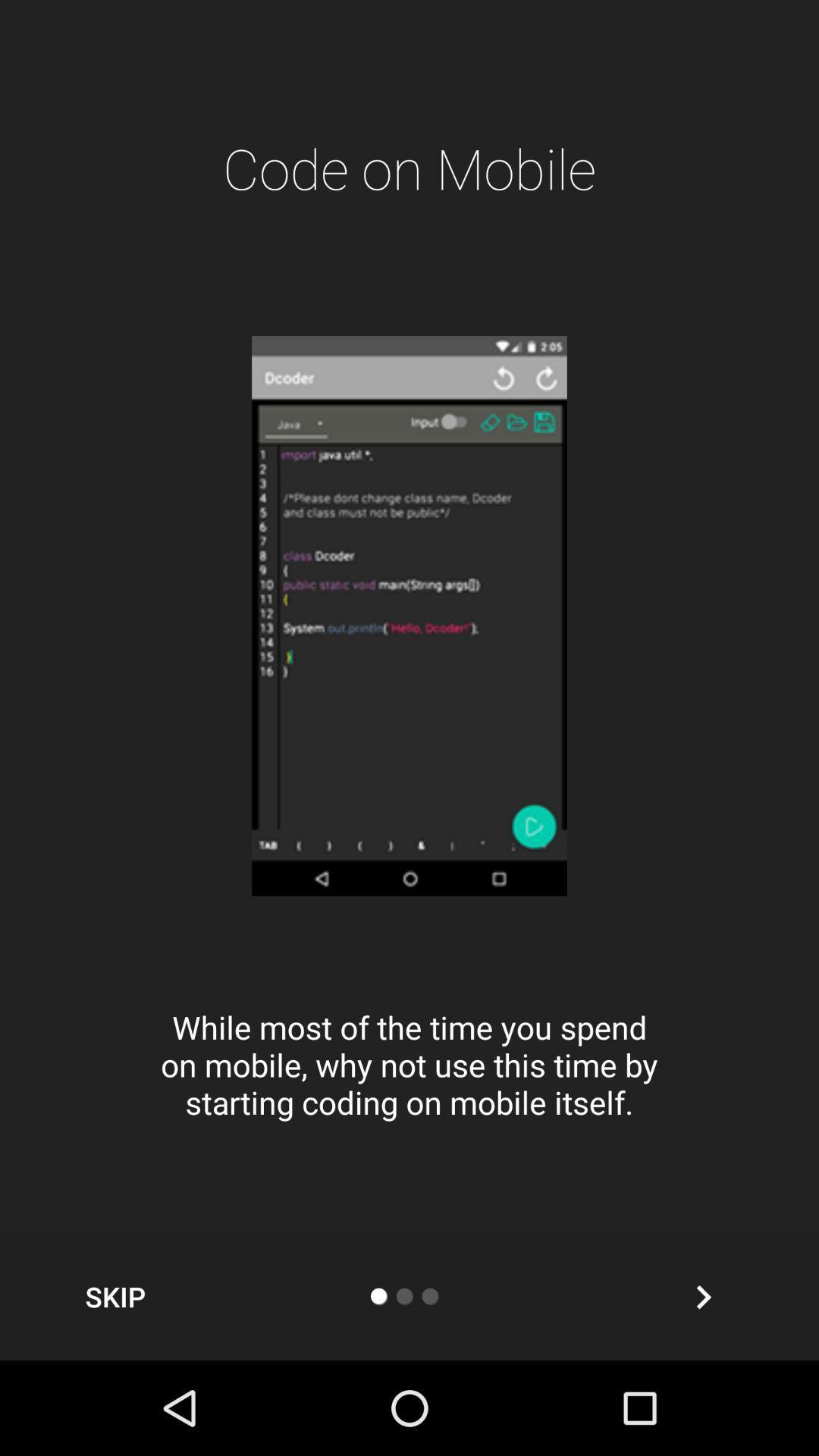 This screenshot has height=1456, width=819. Describe the element at coordinates (703, 1296) in the screenshot. I see `next slide` at that location.